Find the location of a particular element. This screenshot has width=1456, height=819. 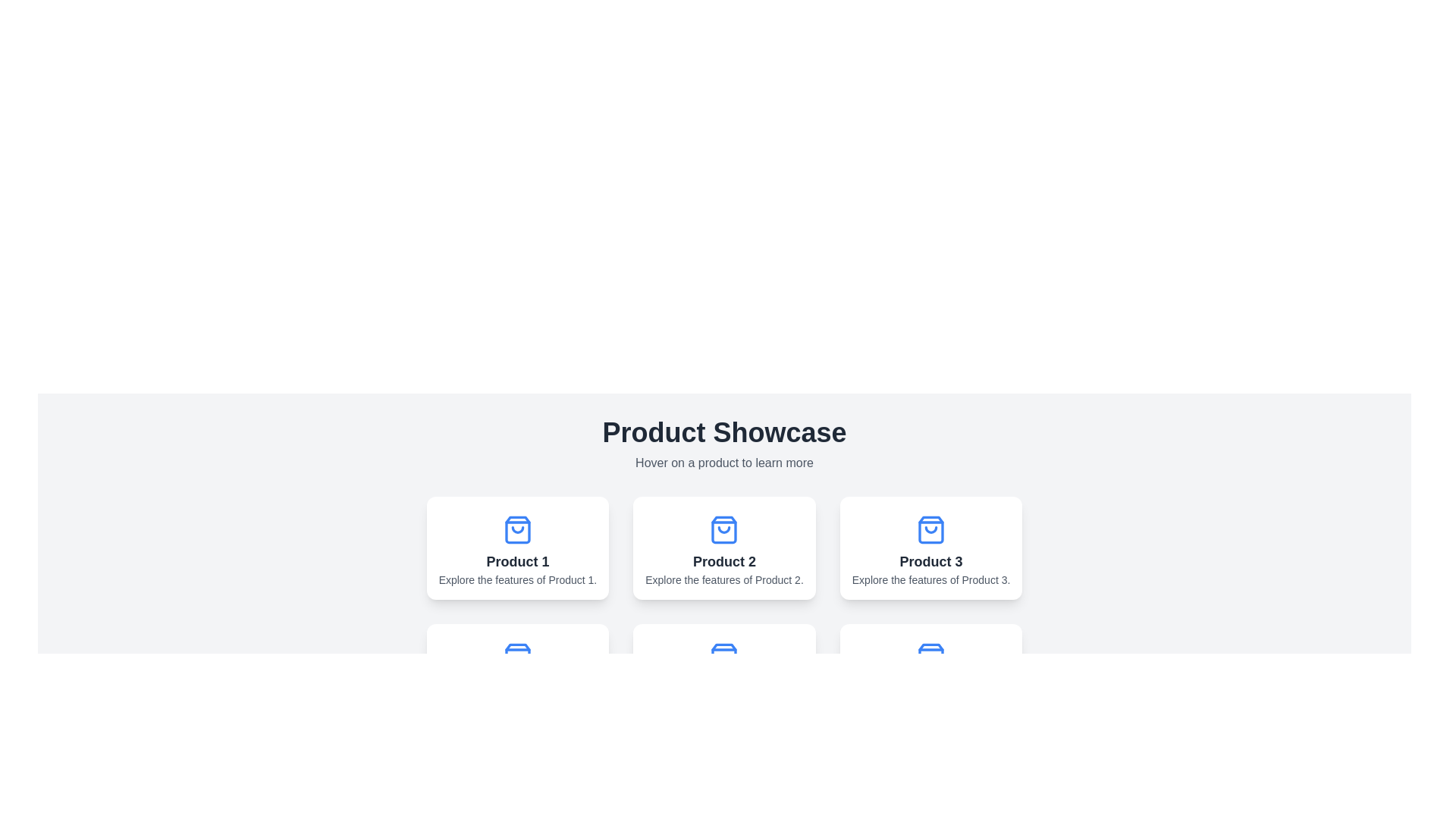

the shopping bag icon, which is blue, has rounded corners, and is located above the text 'Product 4' in its card is located at coordinates (517, 657).